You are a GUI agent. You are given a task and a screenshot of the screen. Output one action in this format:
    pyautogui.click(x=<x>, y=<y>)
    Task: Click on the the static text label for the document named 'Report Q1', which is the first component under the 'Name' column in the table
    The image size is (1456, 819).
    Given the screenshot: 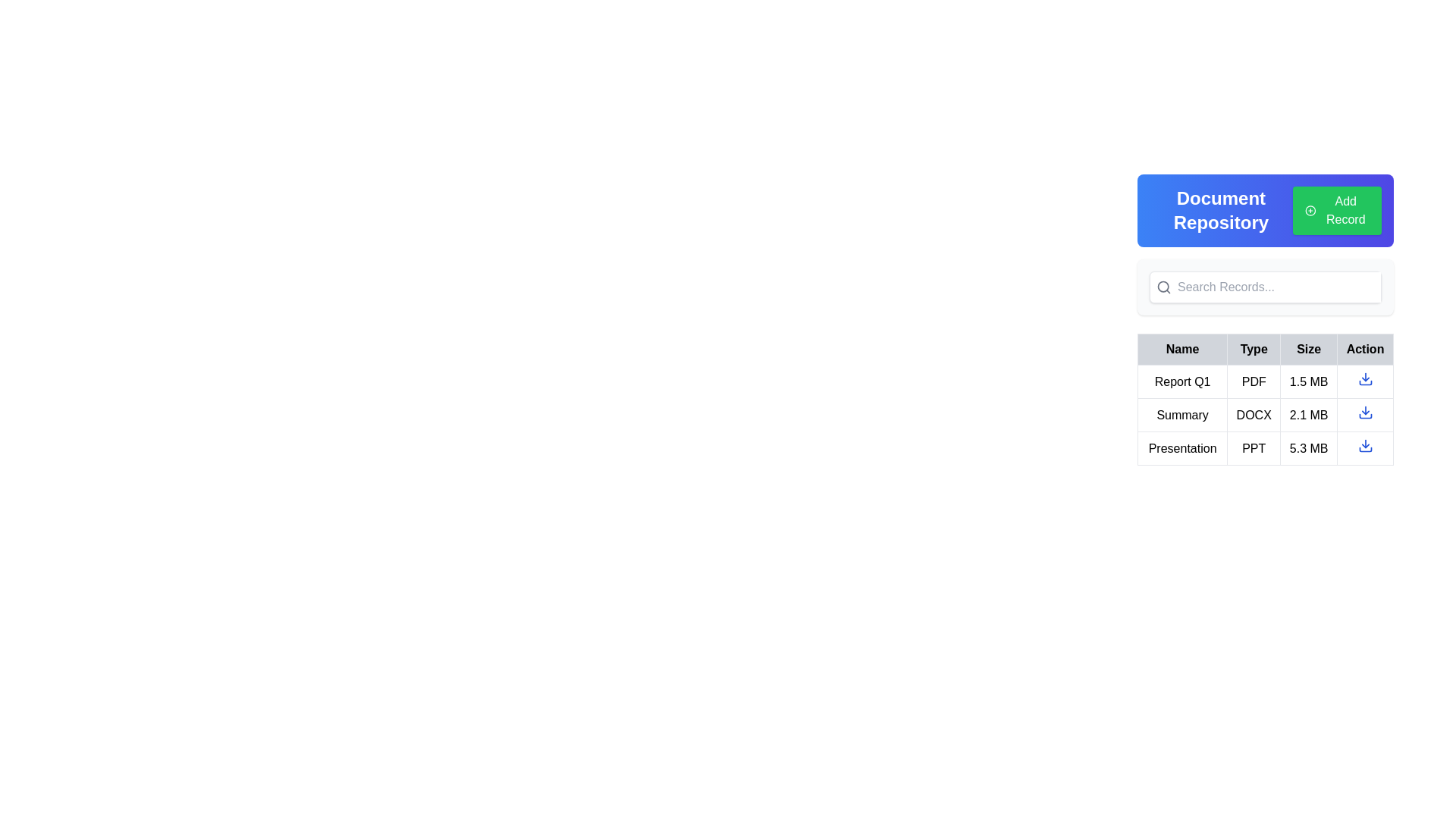 What is the action you would take?
    pyautogui.click(x=1181, y=381)
    